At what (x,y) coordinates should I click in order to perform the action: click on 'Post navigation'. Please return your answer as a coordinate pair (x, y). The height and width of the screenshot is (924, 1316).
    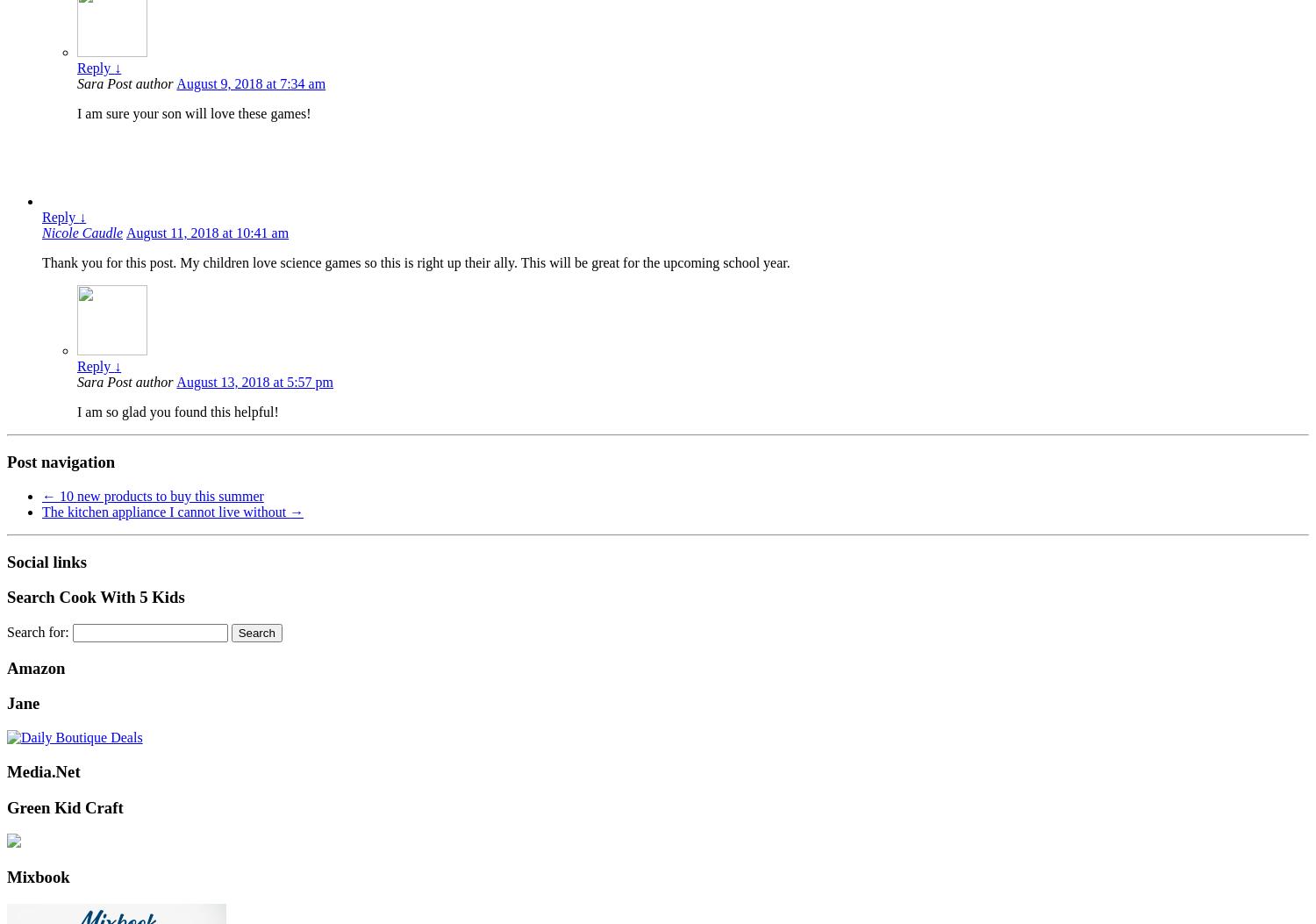
    Looking at the image, I should click on (60, 462).